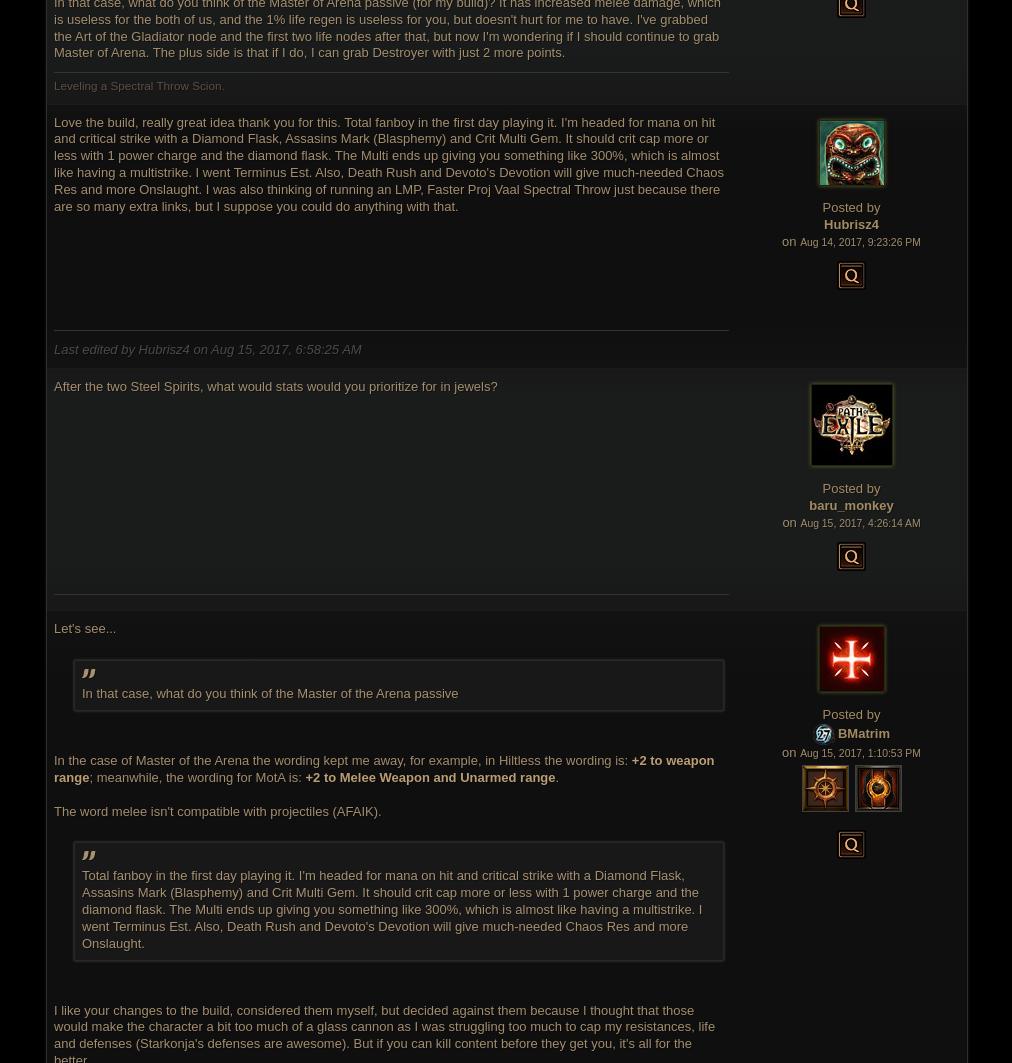 This screenshot has width=1012, height=1063. What do you see at coordinates (383, 767) in the screenshot?
I see `'+2 to weapon range'` at bounding box center [383, 767].